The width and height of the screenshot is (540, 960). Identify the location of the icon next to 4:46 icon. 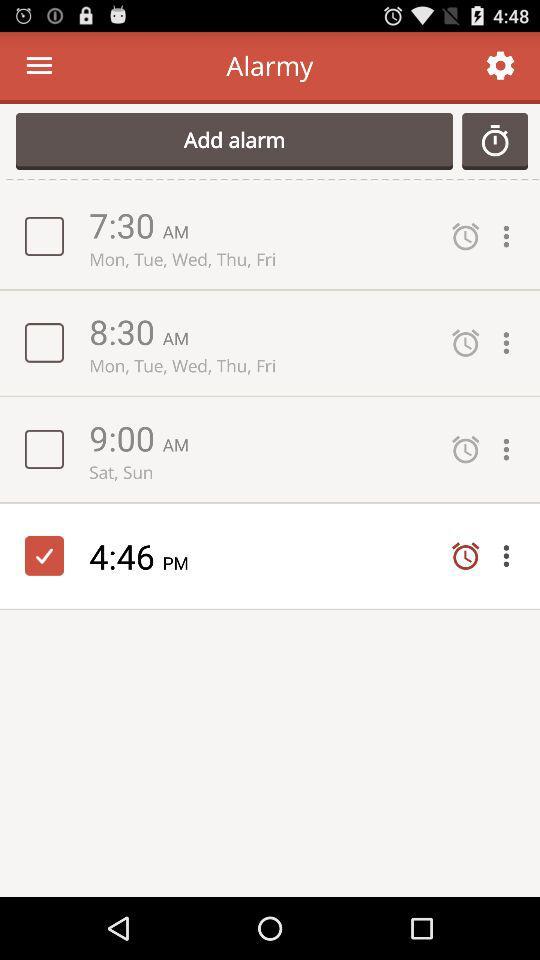
(182, 562).